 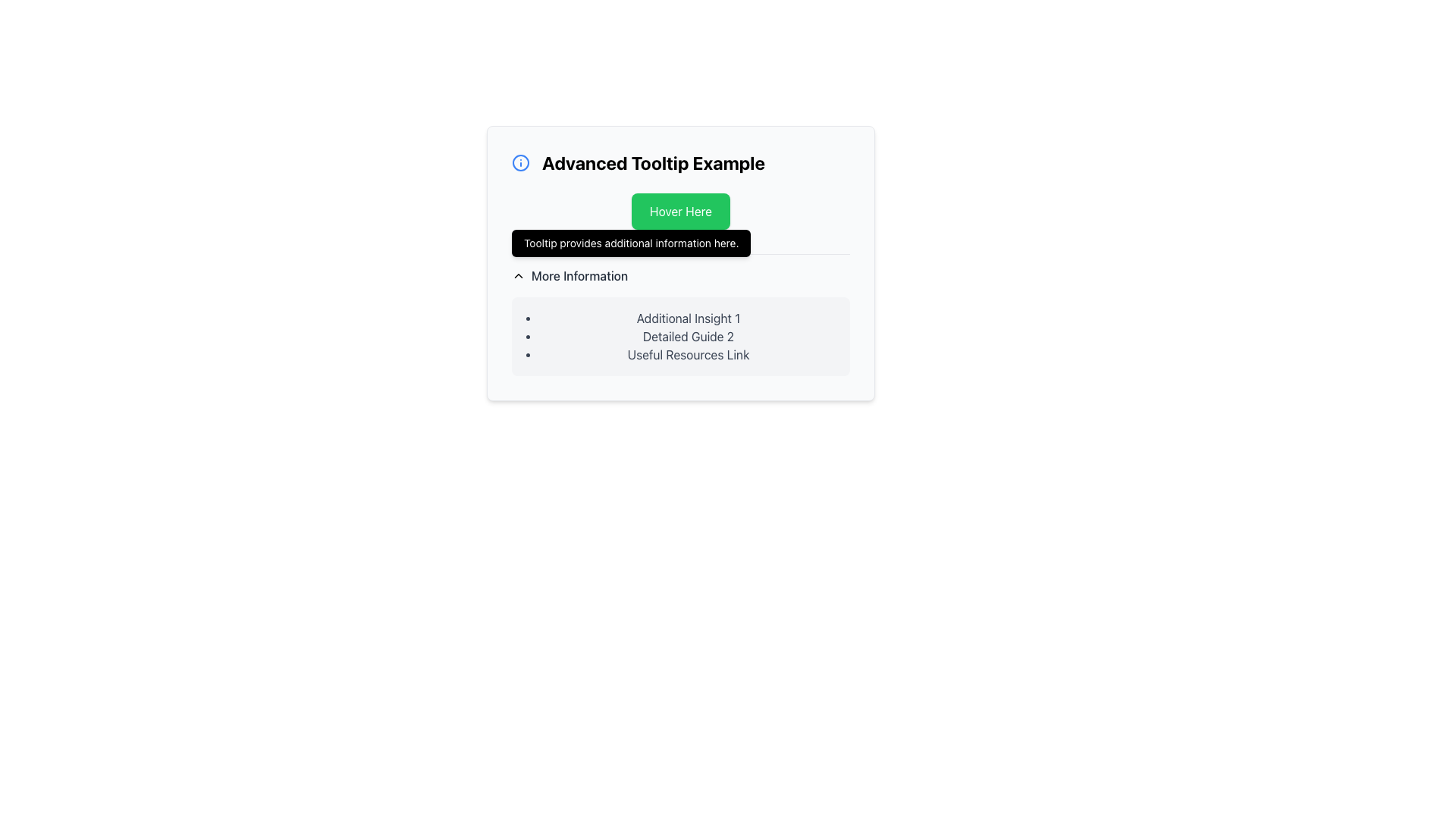 I want to click on the SVG Circle element that serves as a backdrop for the icon in the 'Advanced Tooltip Example' card located at the top-left corner, so click(x=520, y=163).